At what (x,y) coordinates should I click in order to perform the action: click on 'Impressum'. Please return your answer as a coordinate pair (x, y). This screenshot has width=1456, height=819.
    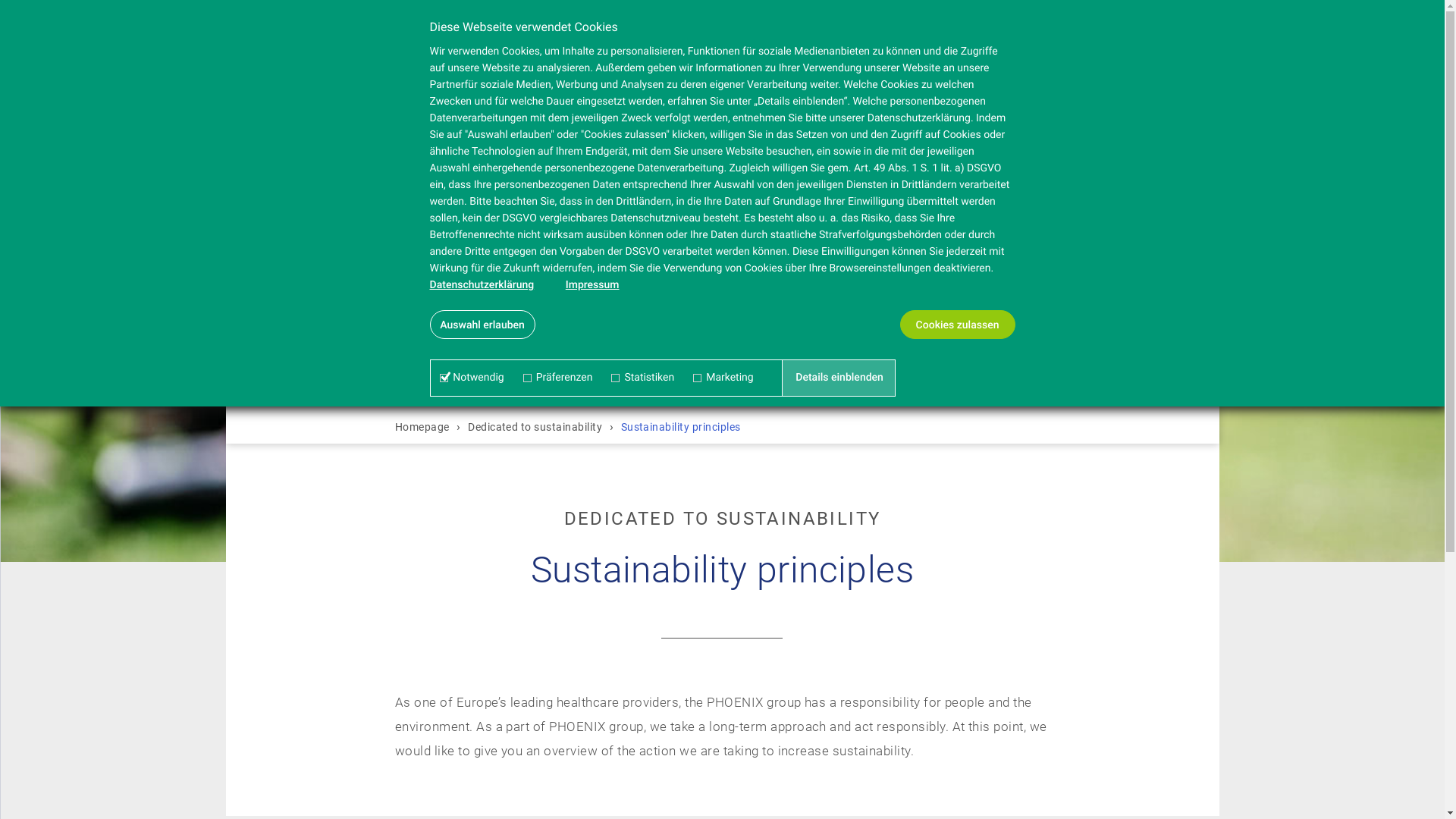
    Looking at the image, I should click on (591, 284).